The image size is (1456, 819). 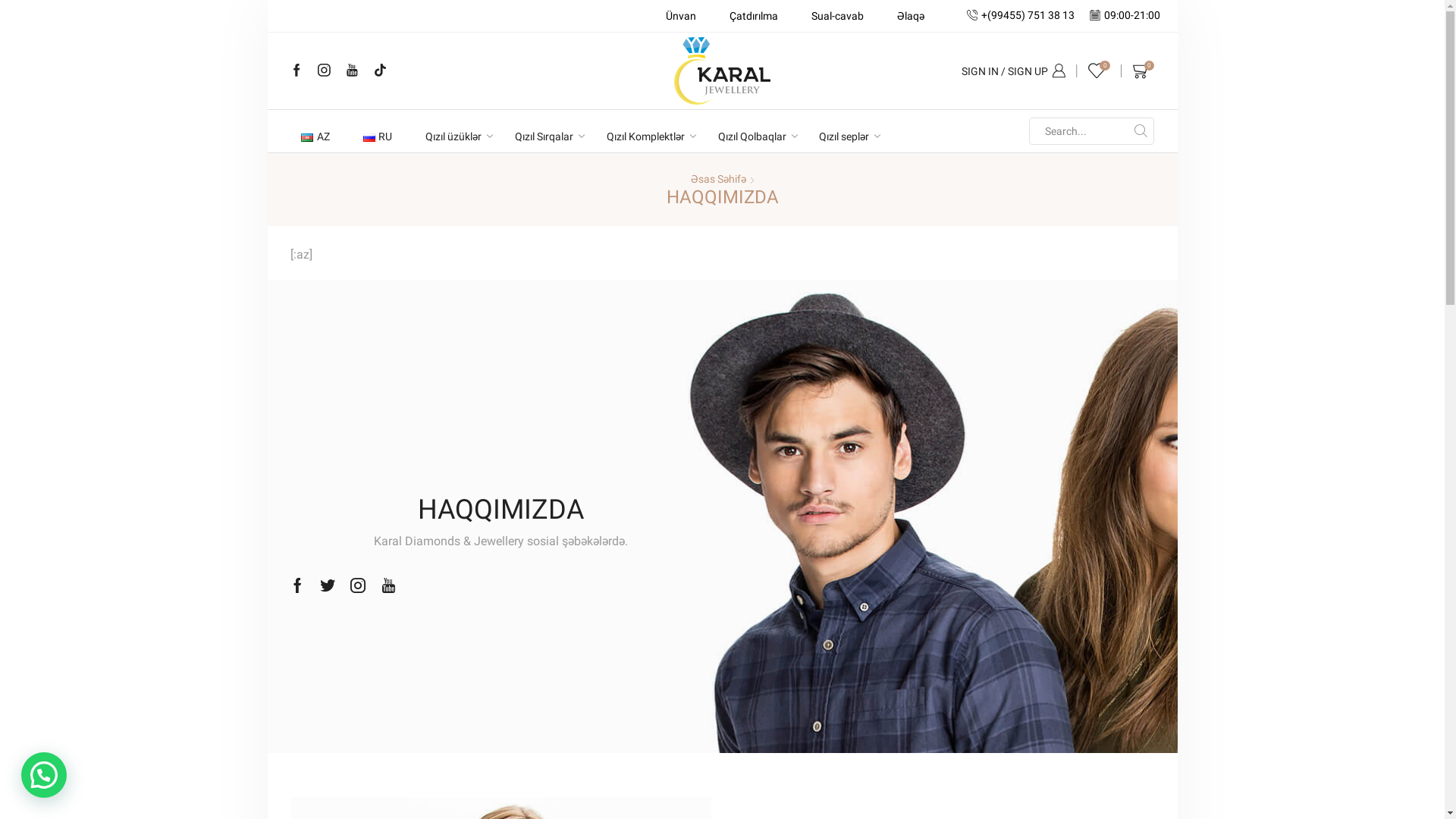 What do you see at coordinates (323, 71) in the screenshot?
I see `'Instagram'` at bounding box center [323, 71].